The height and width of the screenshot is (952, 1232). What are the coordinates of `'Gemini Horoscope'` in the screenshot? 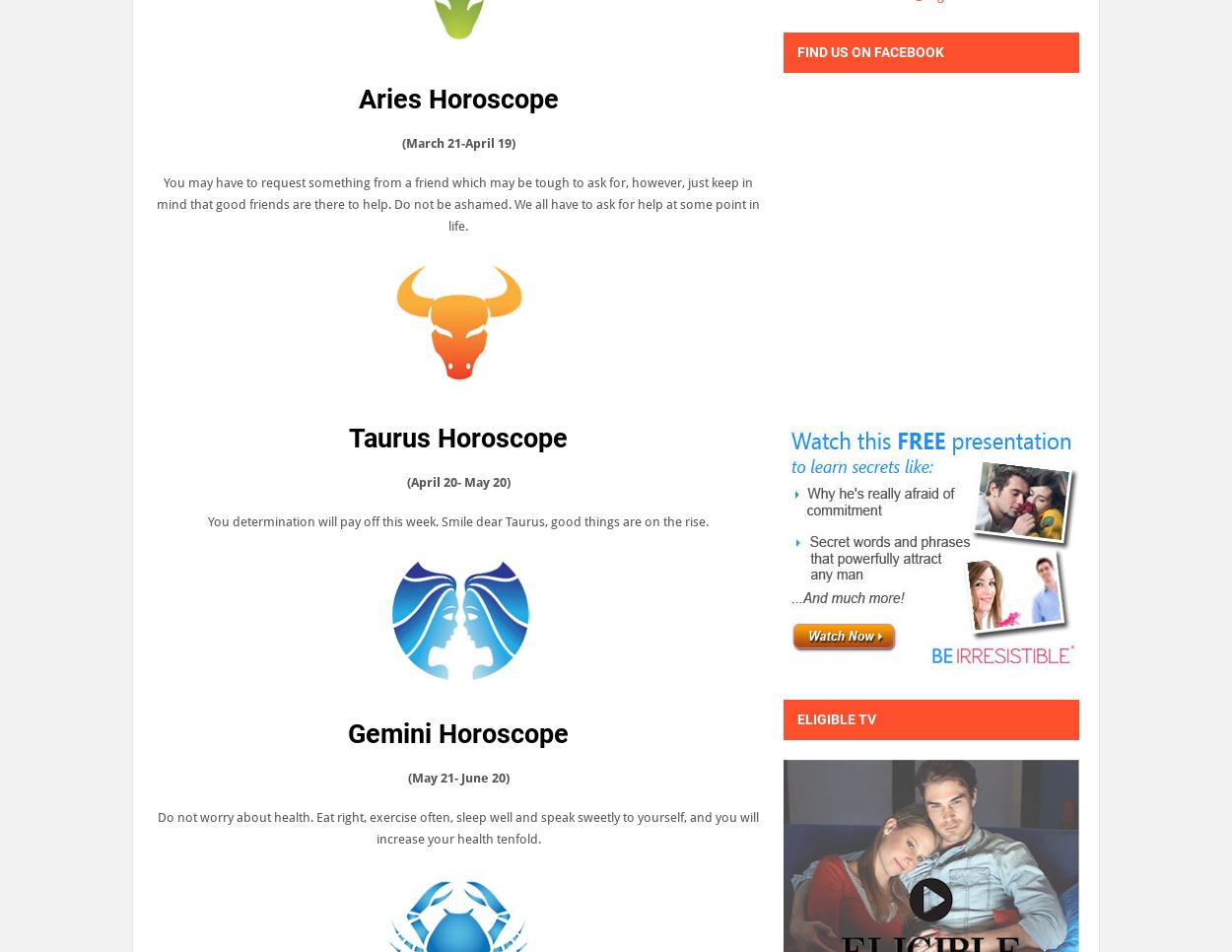 It's located at (457, 733).